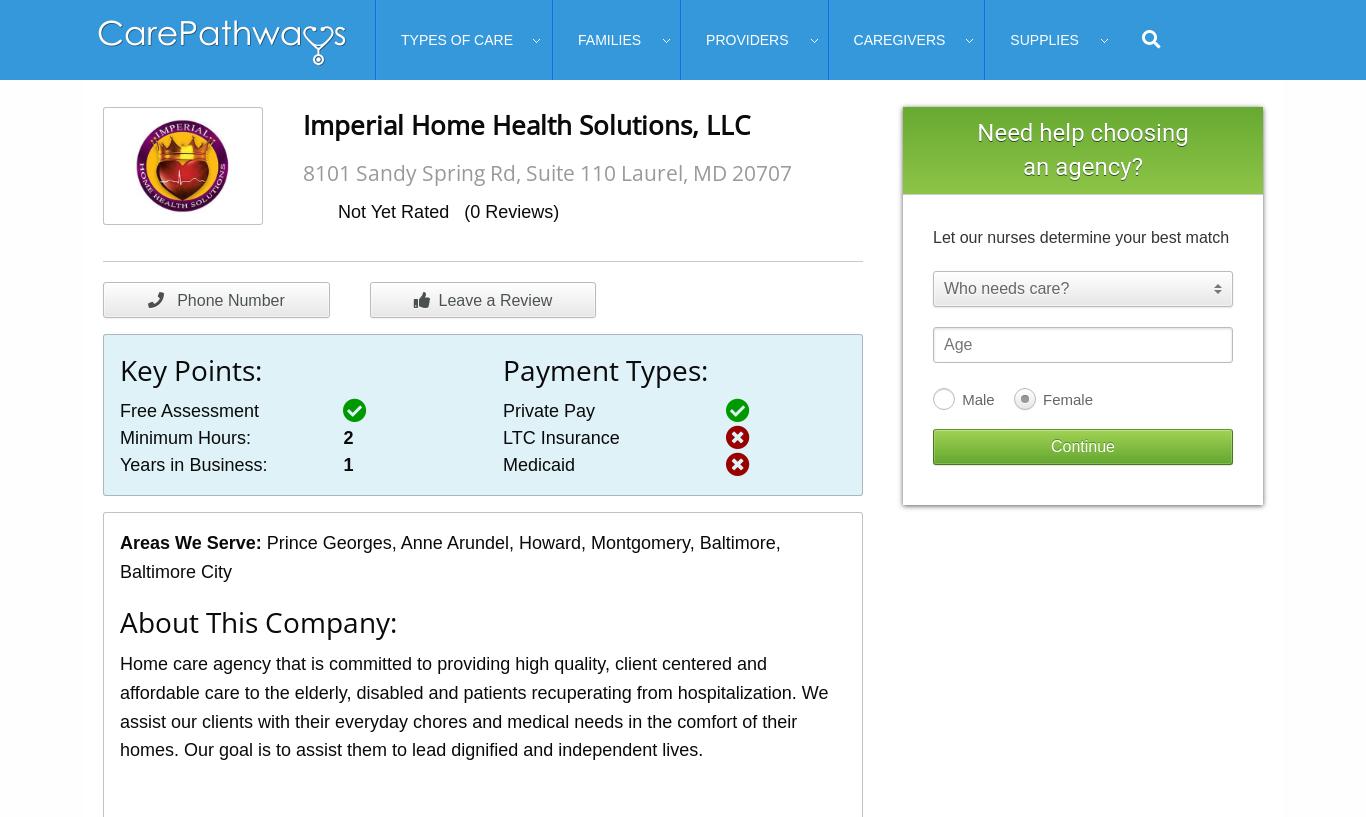 The image size is (1366, 817). What do you see at coordinates (502, 437) in the screenshot?
I see `'LTC Insurance'` at bounding box center [502, 437].